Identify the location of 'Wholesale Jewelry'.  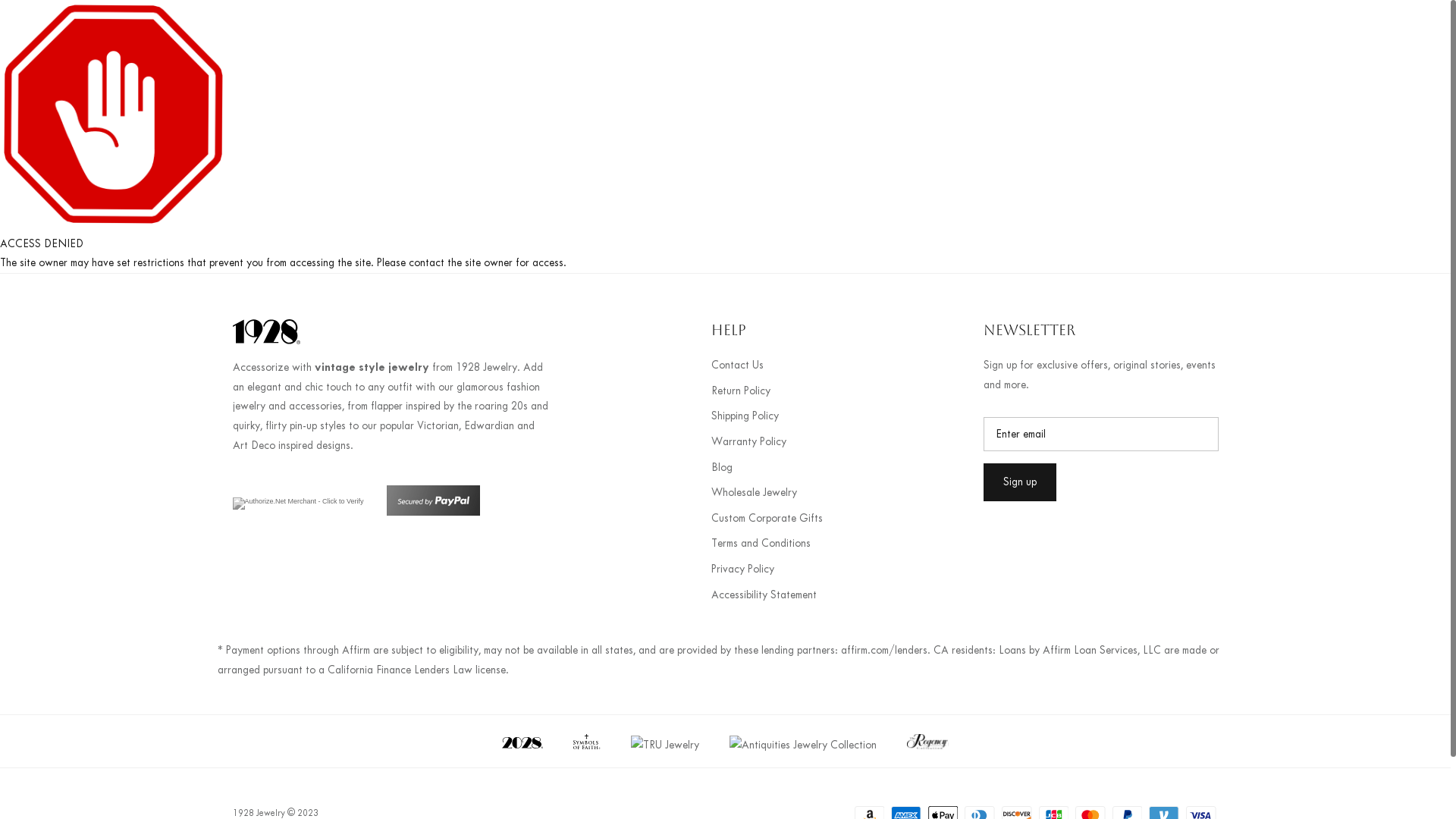
(754, 492).